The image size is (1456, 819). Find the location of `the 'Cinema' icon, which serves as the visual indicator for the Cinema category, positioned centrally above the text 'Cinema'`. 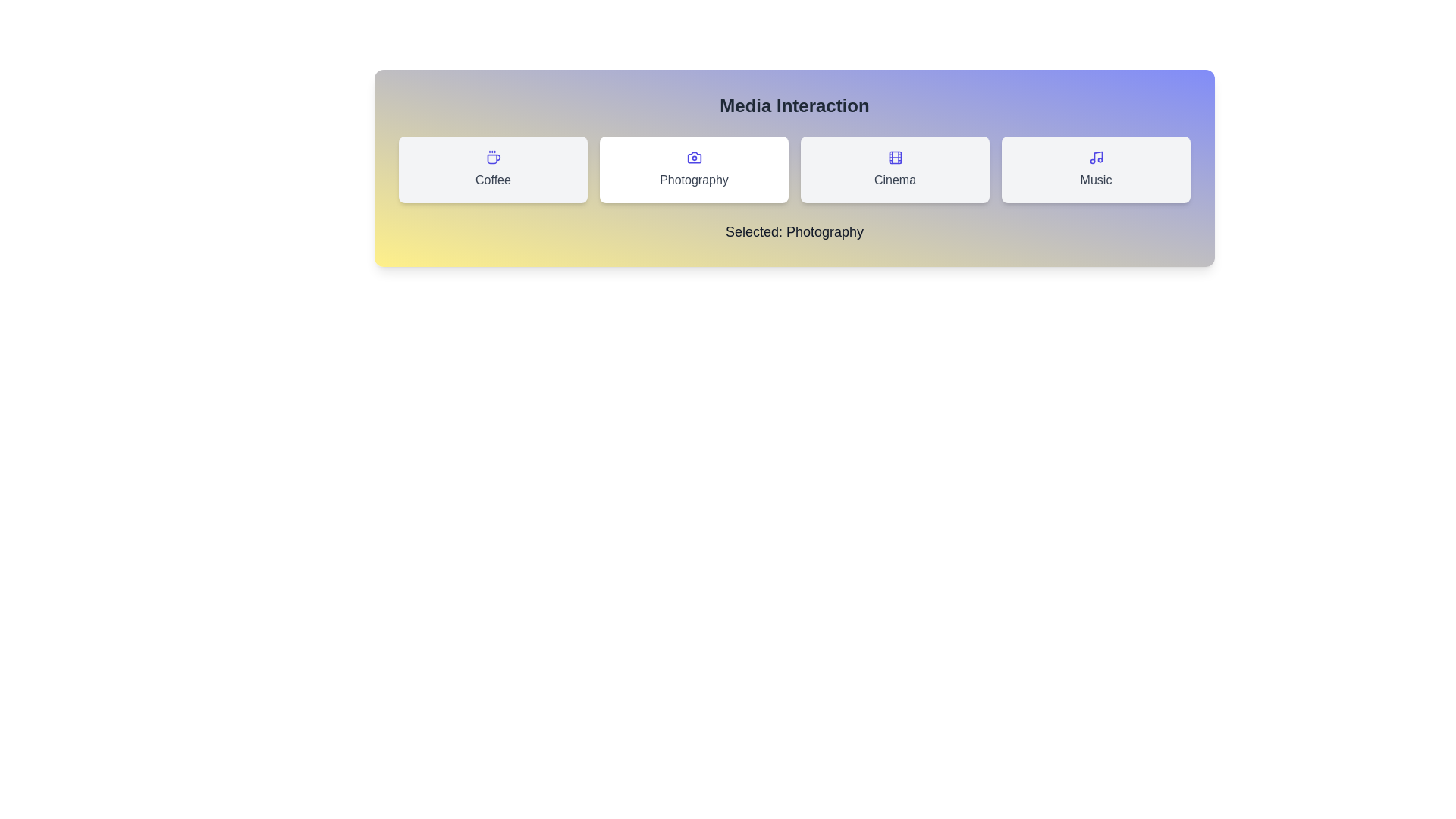

the 'Cinema' icon, which serves as the visual indicator for the Cinema category, positioned centrally above the text 'Cinema' is located at coordinates (895, 158).